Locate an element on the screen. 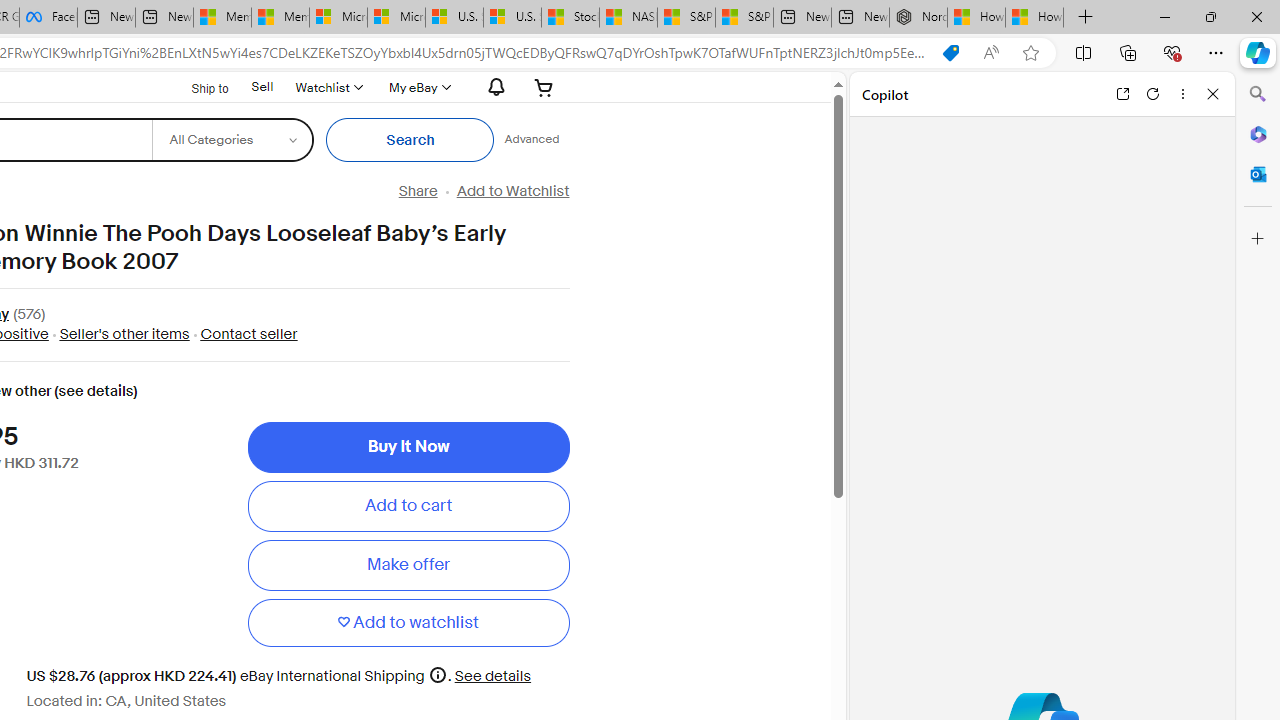  'Open link in new tab' is located at coordinates (1122, 93).